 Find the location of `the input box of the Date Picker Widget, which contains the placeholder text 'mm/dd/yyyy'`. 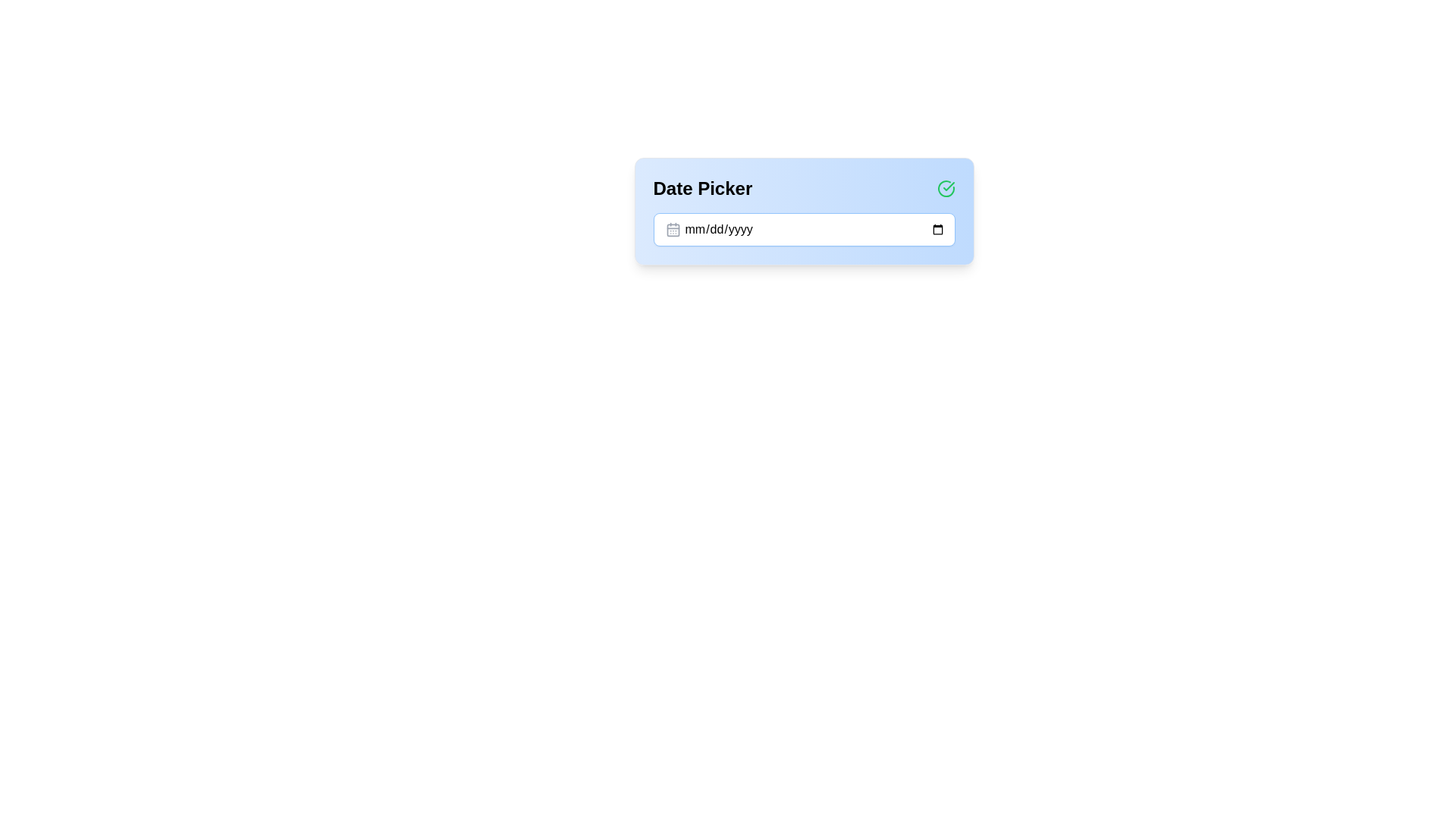

the input box of the Date Picker Widget, which contains the placeholder text 'mm/dd/yyyy' is located at coordinates (803, 211).